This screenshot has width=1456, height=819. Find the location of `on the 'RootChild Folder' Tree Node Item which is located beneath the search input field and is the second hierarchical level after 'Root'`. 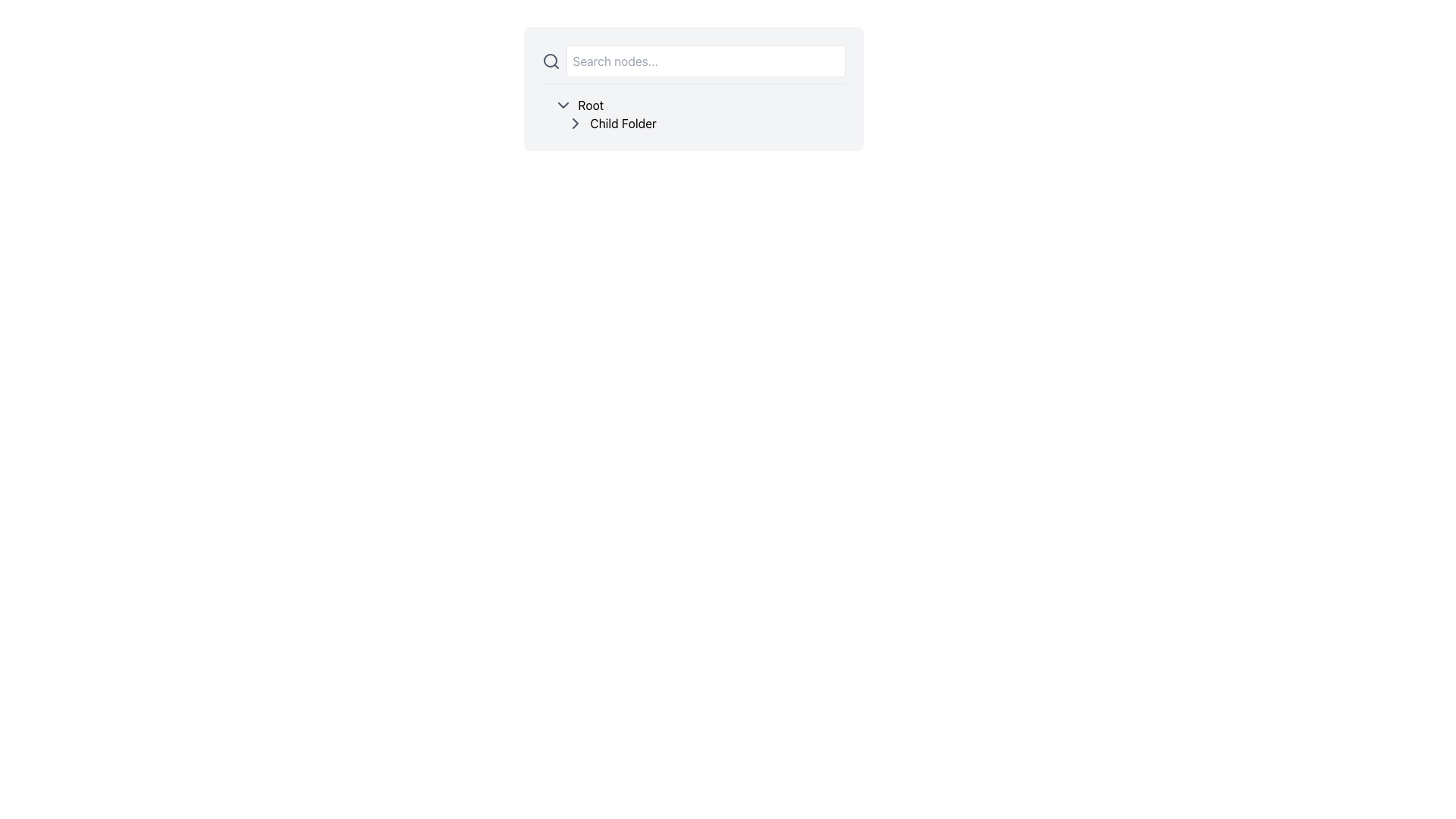

on the 'RootChild Folder' Tree Node Item which is located beneath the search input field and is the second hierarchical level after 'Root' is located at coordinates (692, 113).